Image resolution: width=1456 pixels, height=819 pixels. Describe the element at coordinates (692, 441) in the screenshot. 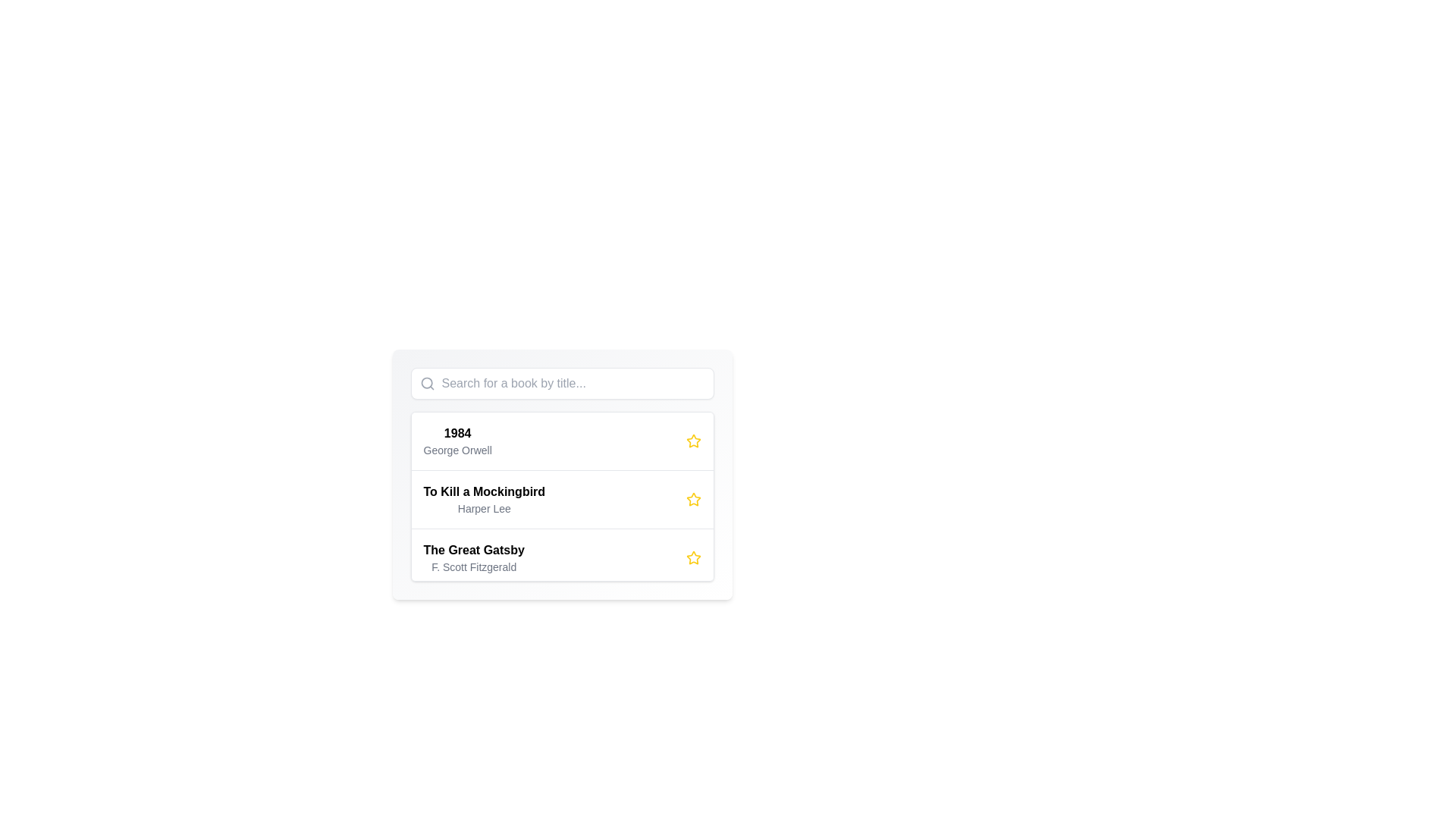

I see `the favoriting icon located to the right of the second book entry, 'To Kill a Mockingbird'` at that location.